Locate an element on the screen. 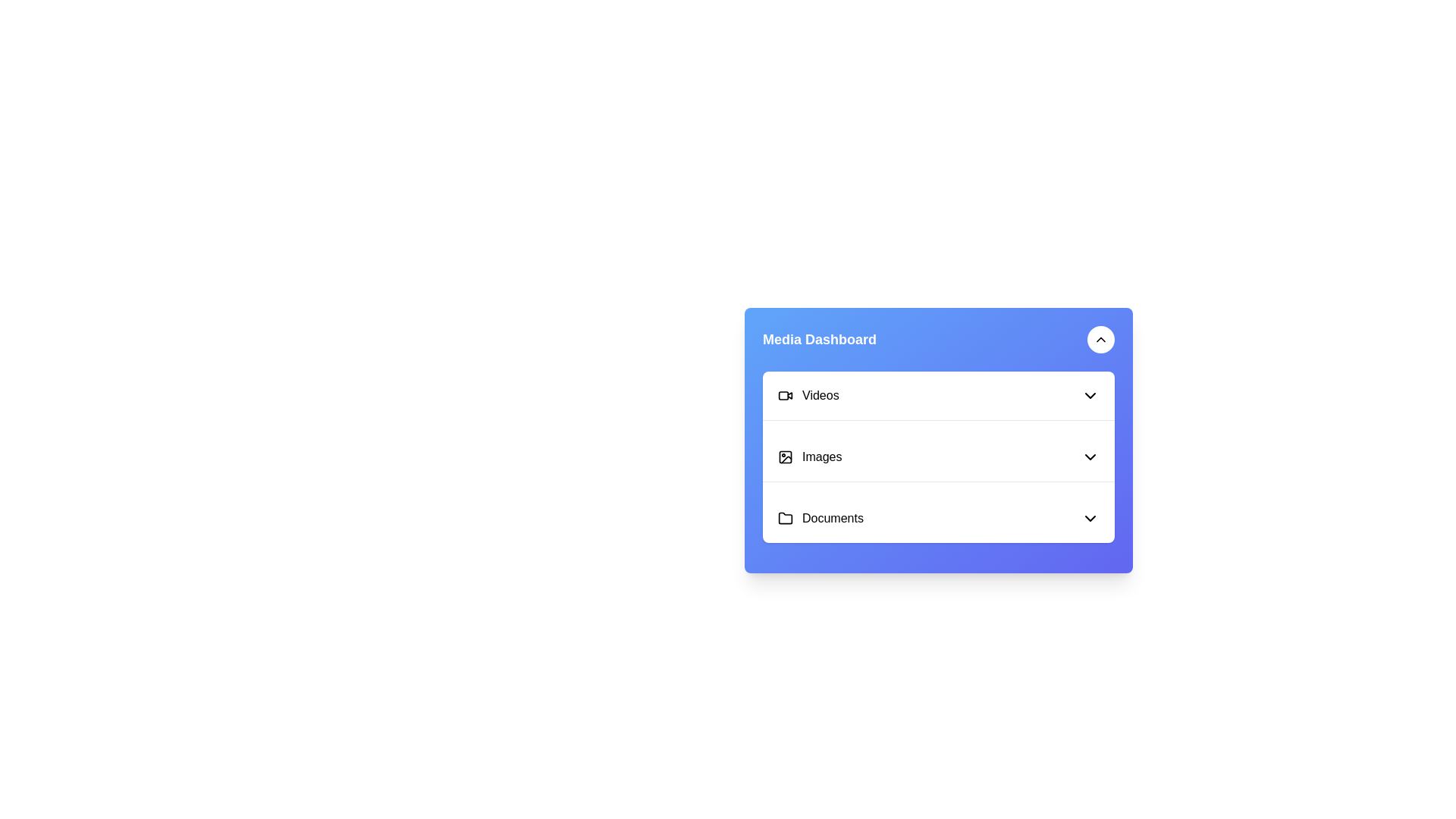  the toggle button located at the top-right corner of the 'Media Dashboard' header is located at coordinates (1100, 338).